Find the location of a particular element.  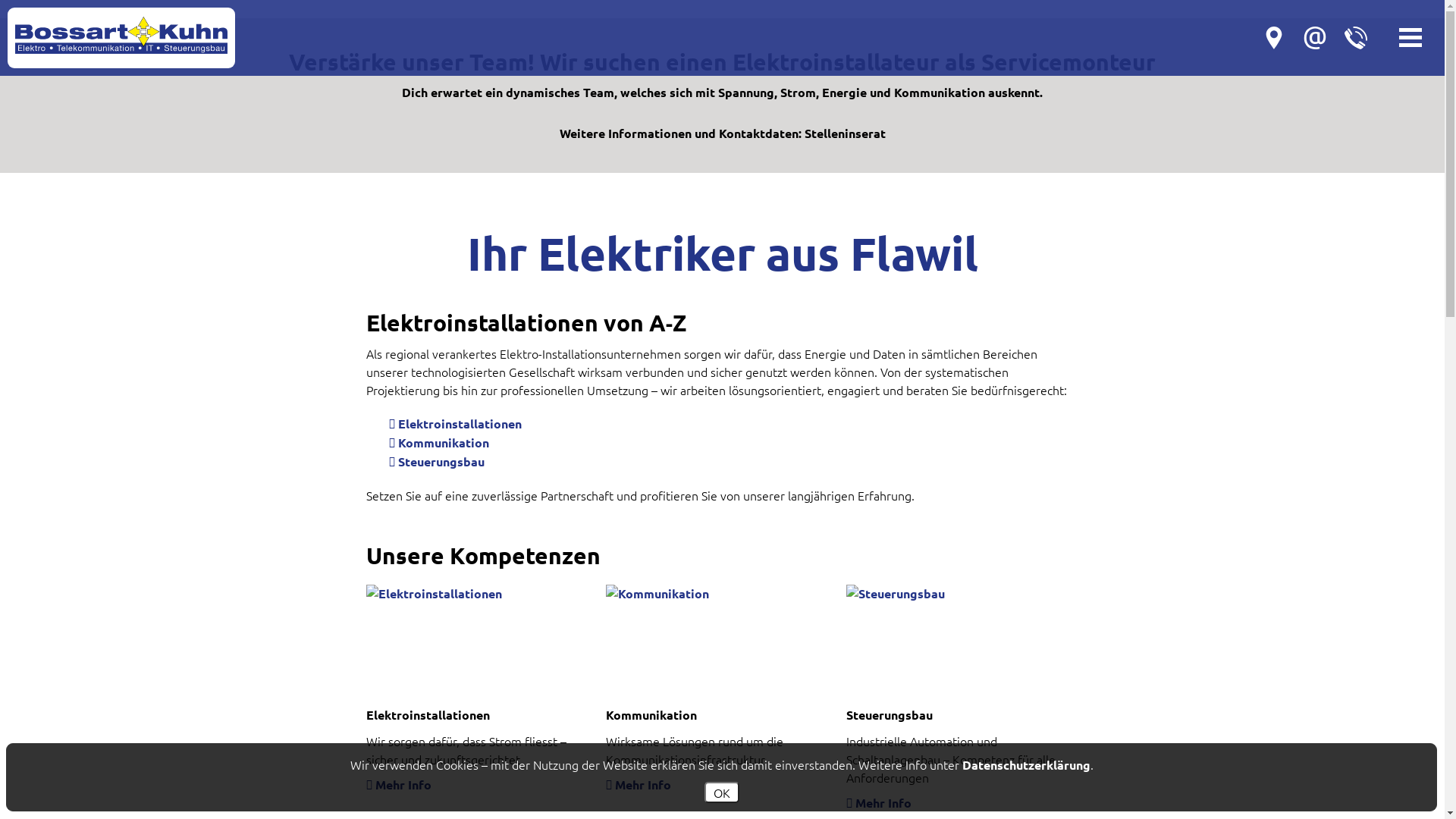

'Stelleninserat' is located at coordinates (843, 132).